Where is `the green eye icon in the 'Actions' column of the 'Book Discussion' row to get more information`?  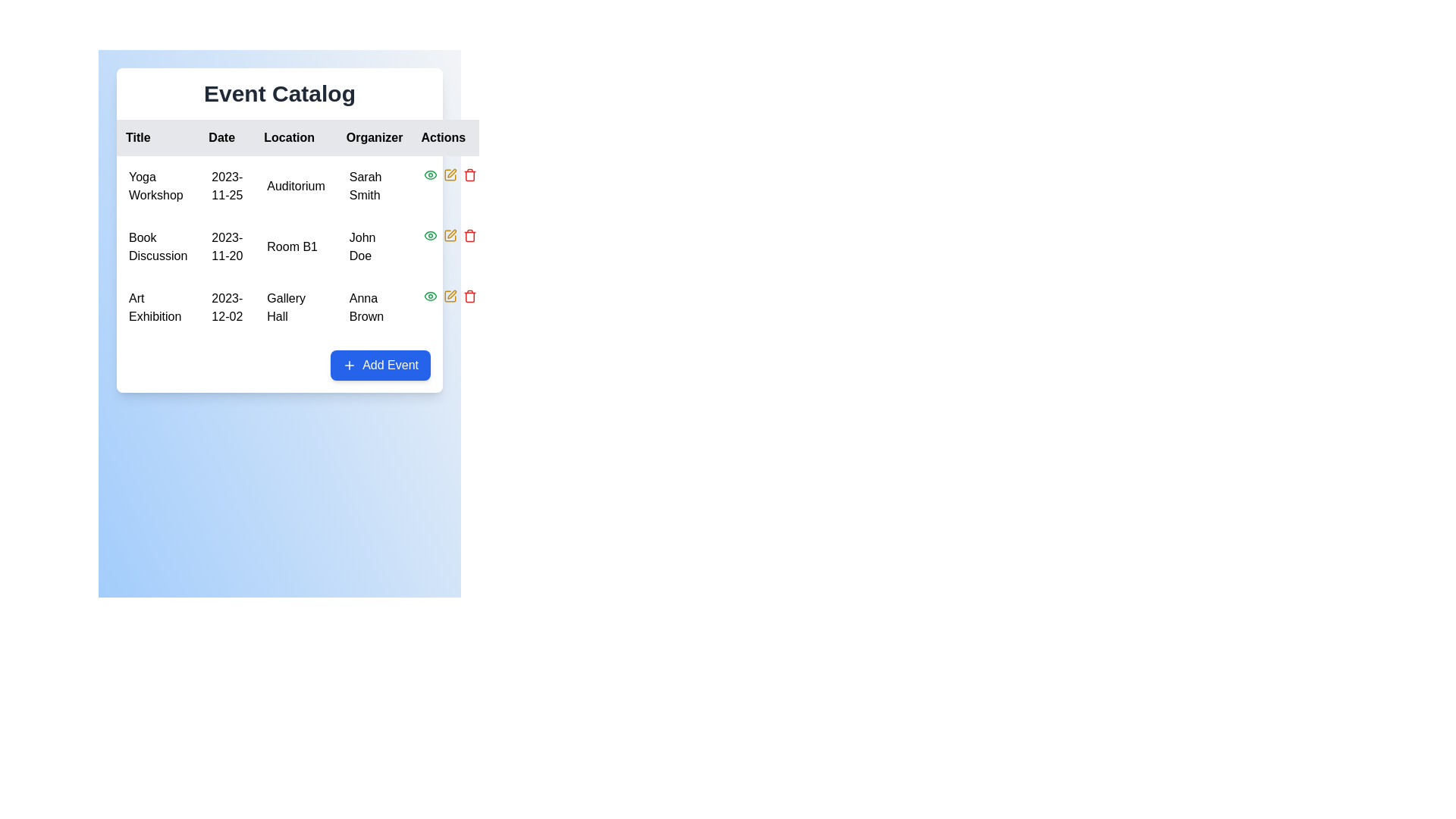
the green eye icon in the 'Actions' column of the 'Book Discussion' row to get more information is located at coordinates (430, 174).